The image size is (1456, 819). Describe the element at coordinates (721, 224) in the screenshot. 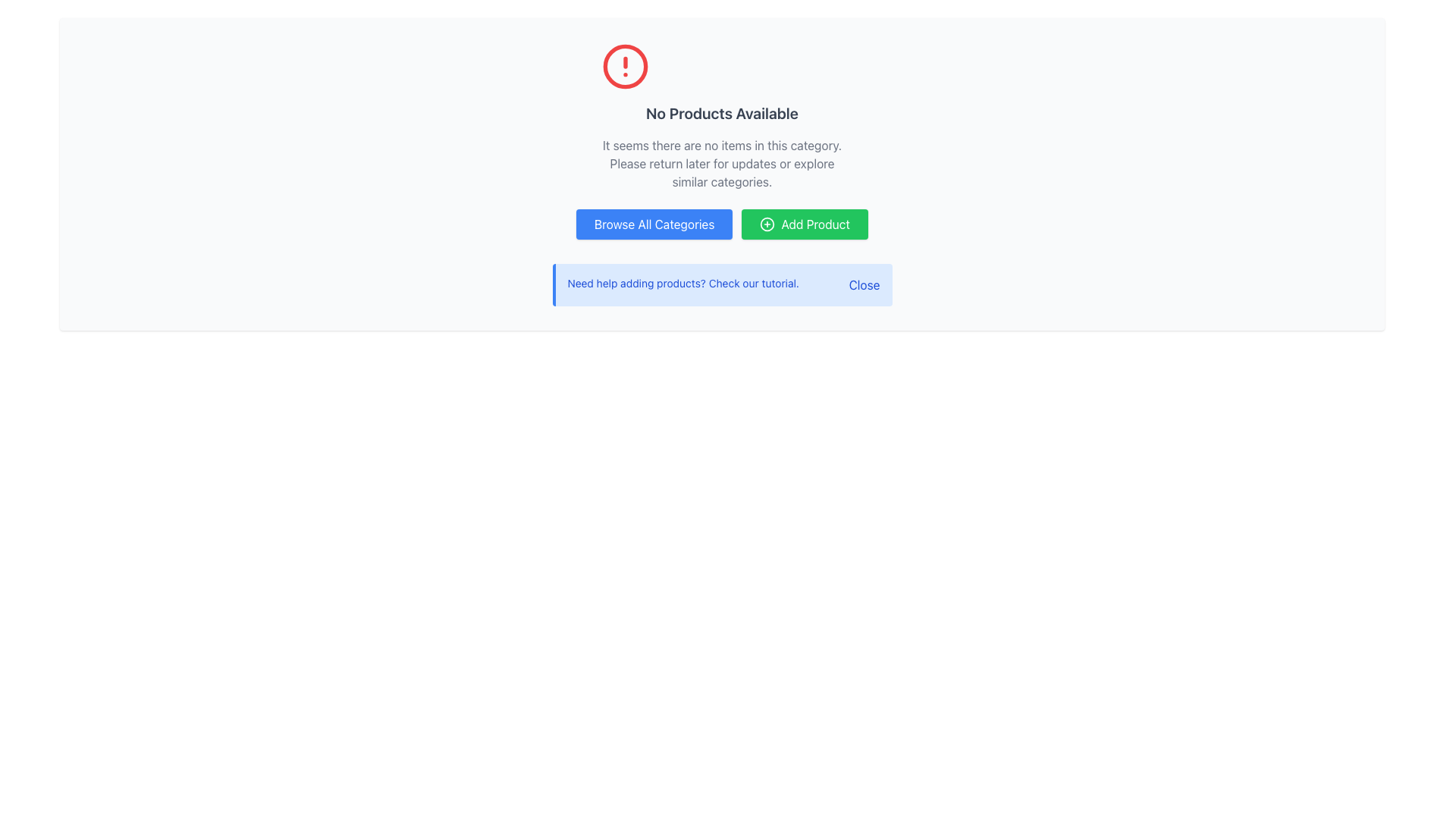

I see `the blue 'Browse All Categories' button in the horizontal button group` at that location.